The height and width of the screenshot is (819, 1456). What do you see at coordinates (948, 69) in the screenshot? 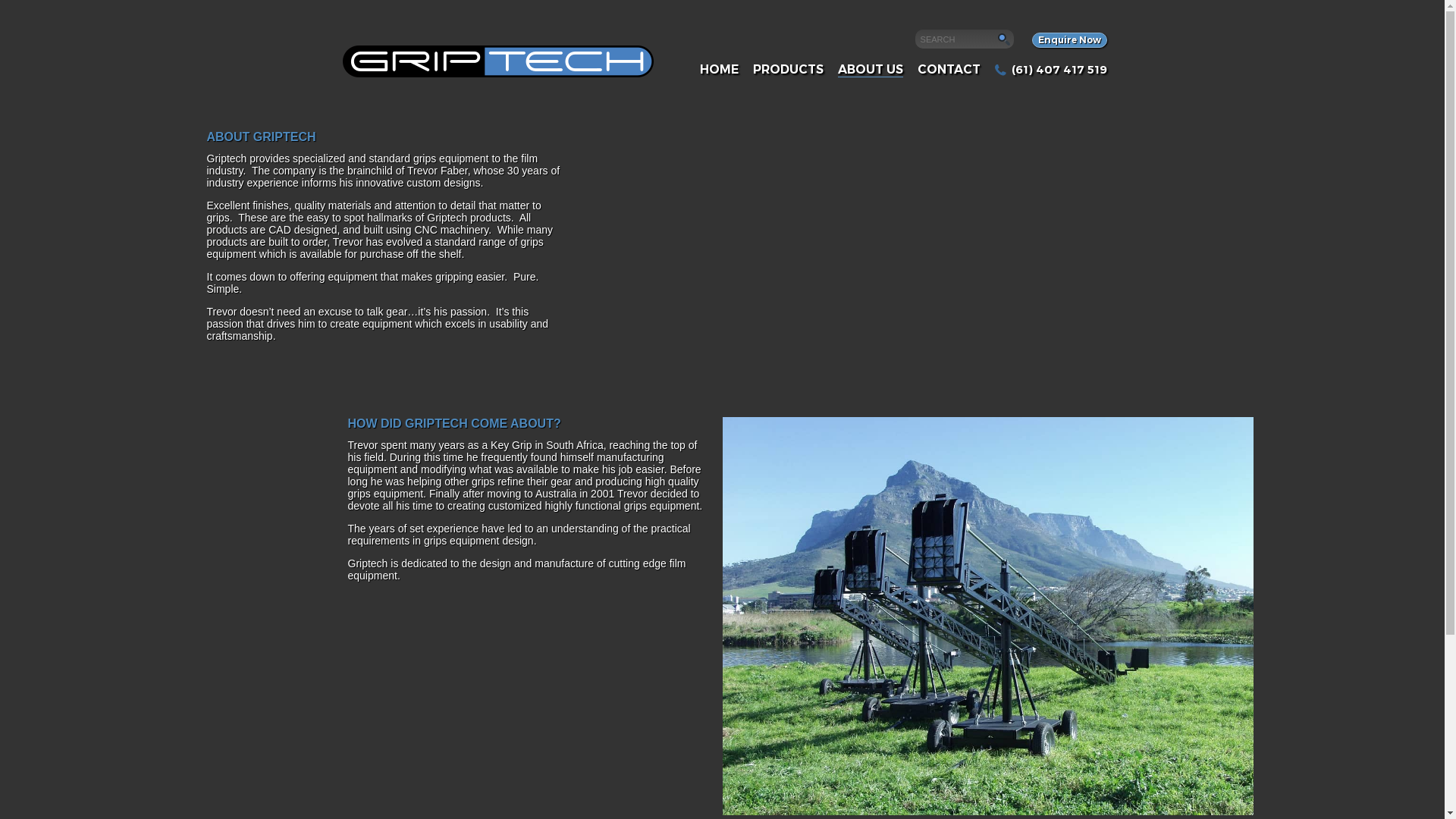
I see `'CONTACT'` at bounding box center [948, 69].